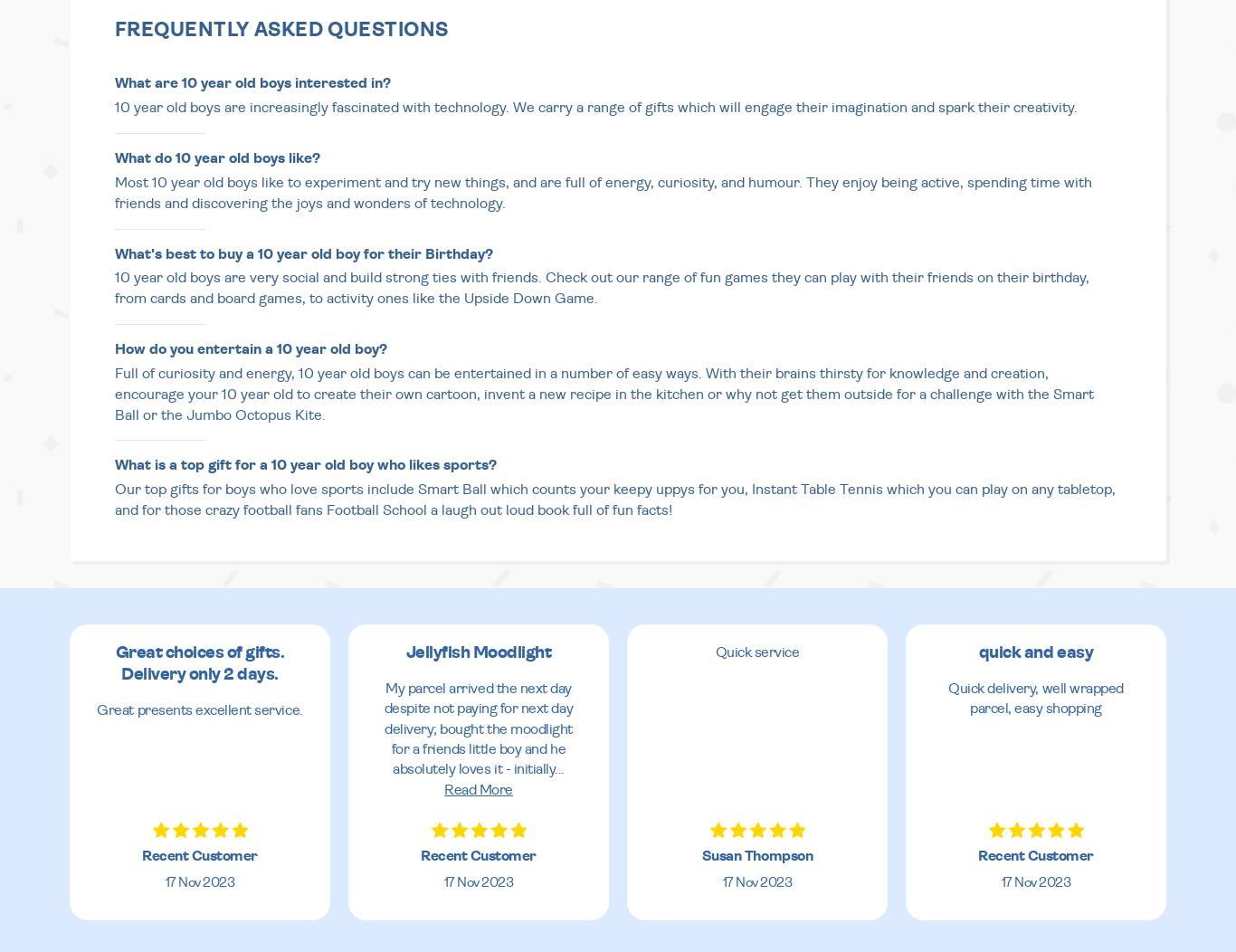 This screenshot has width=1236, height=952. Describe the element at coordinates (114, 348) in the screenshot. I see `'How do you entertain a 10 year old boy?'` at that location.